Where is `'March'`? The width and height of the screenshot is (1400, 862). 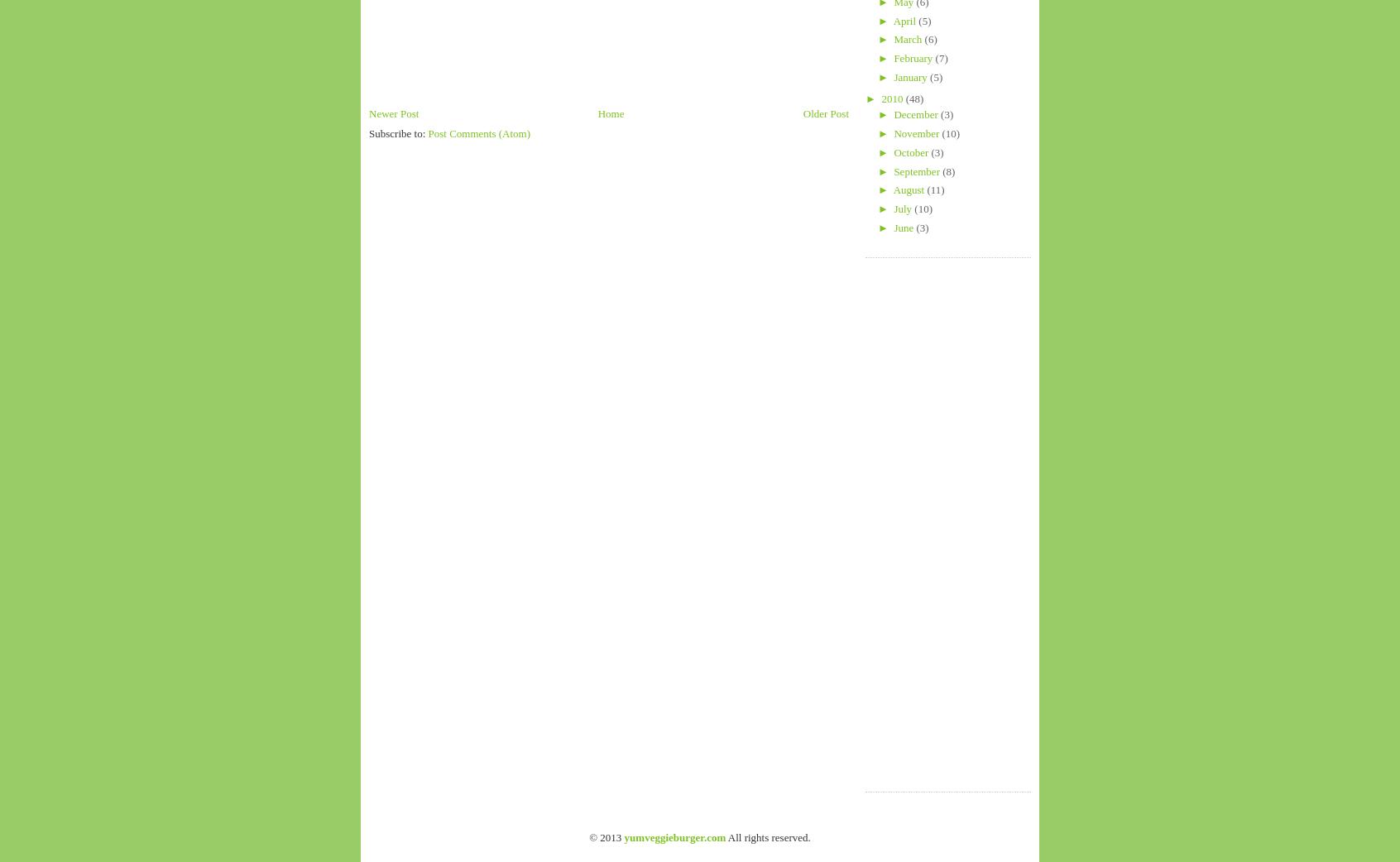
'March' is located at coordinates (909, 38).